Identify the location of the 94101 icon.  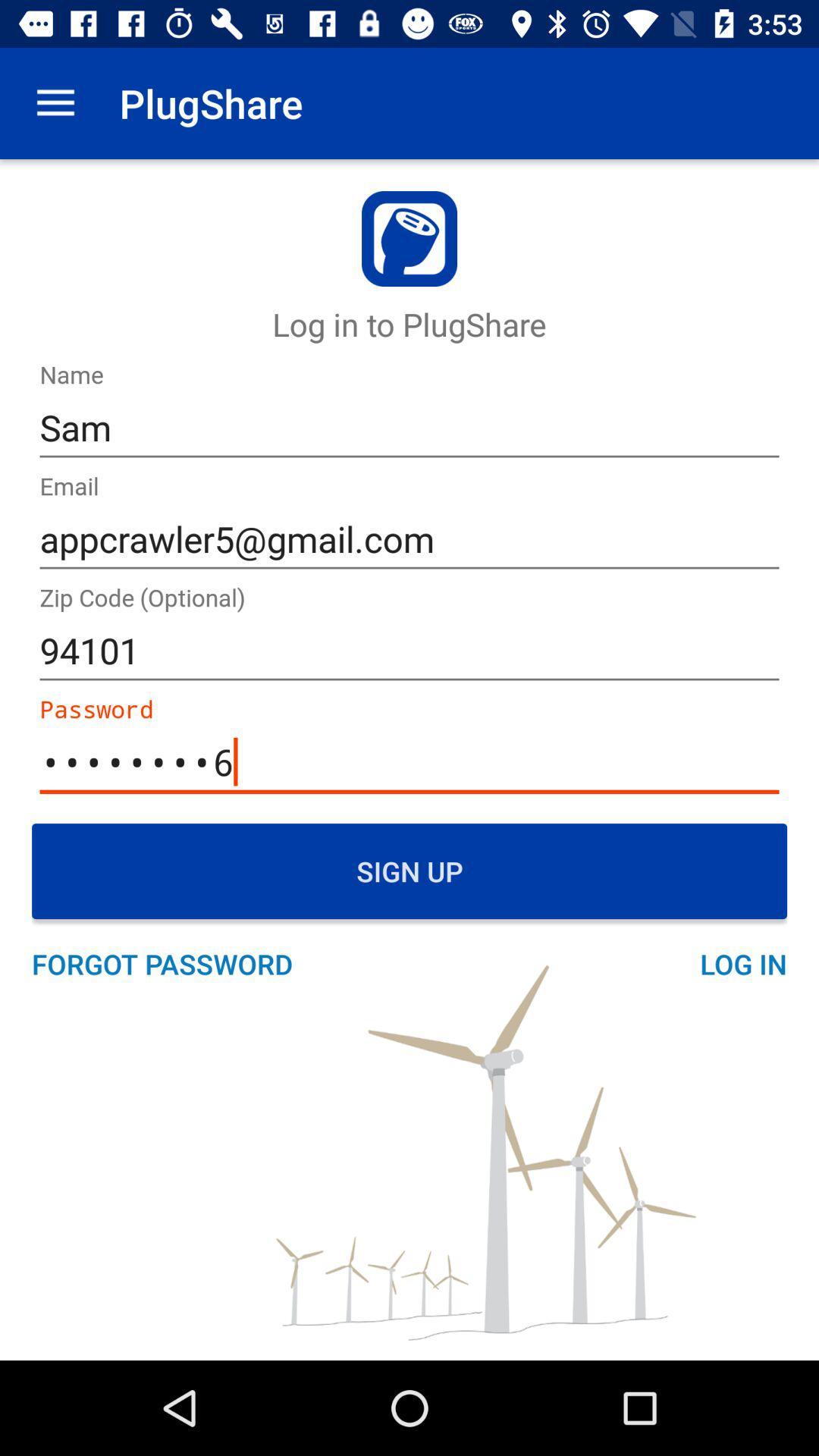
(409, 651).